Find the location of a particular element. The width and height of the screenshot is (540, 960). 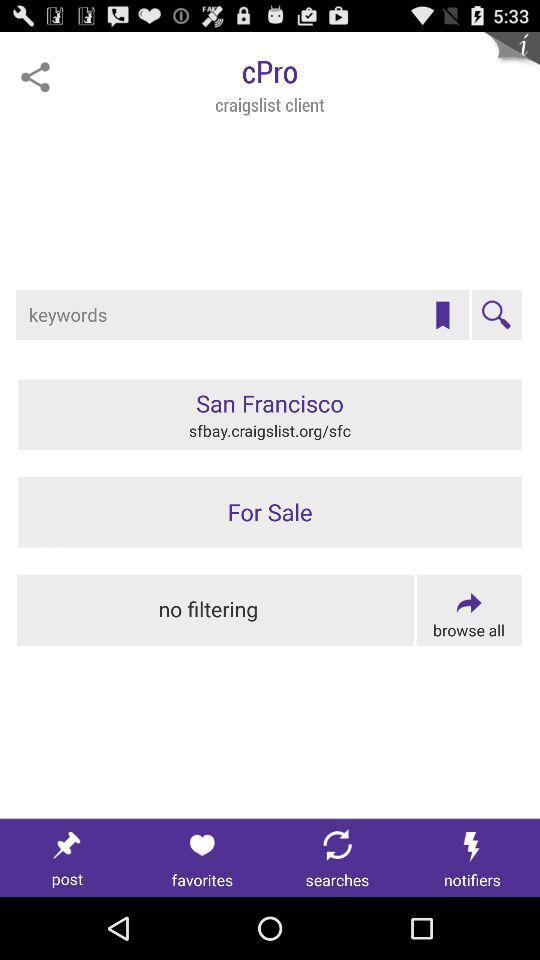

ping app is located at coordinates (35, 77).